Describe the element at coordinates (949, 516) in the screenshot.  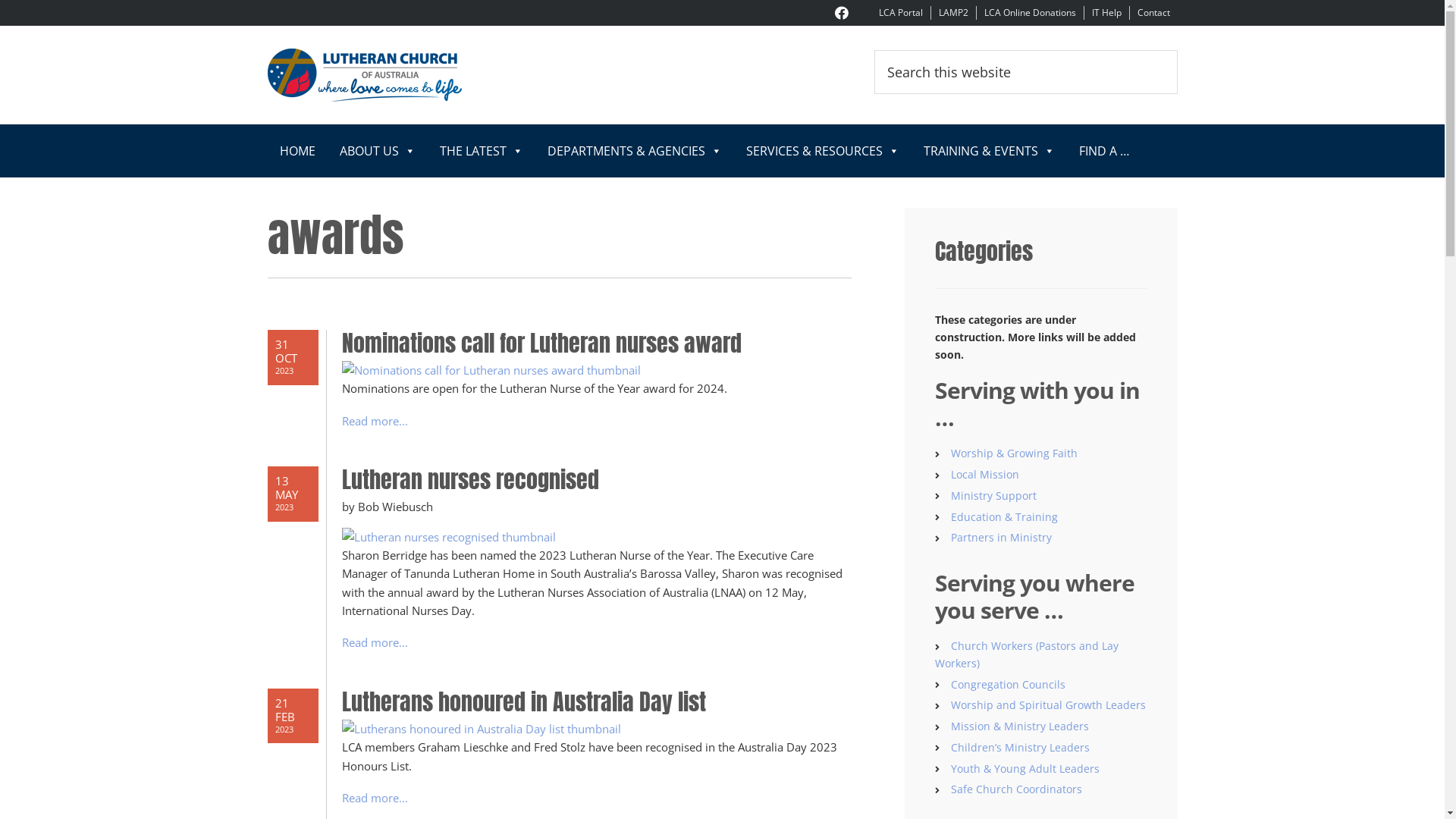
I see `'Education & Training'` at that location.